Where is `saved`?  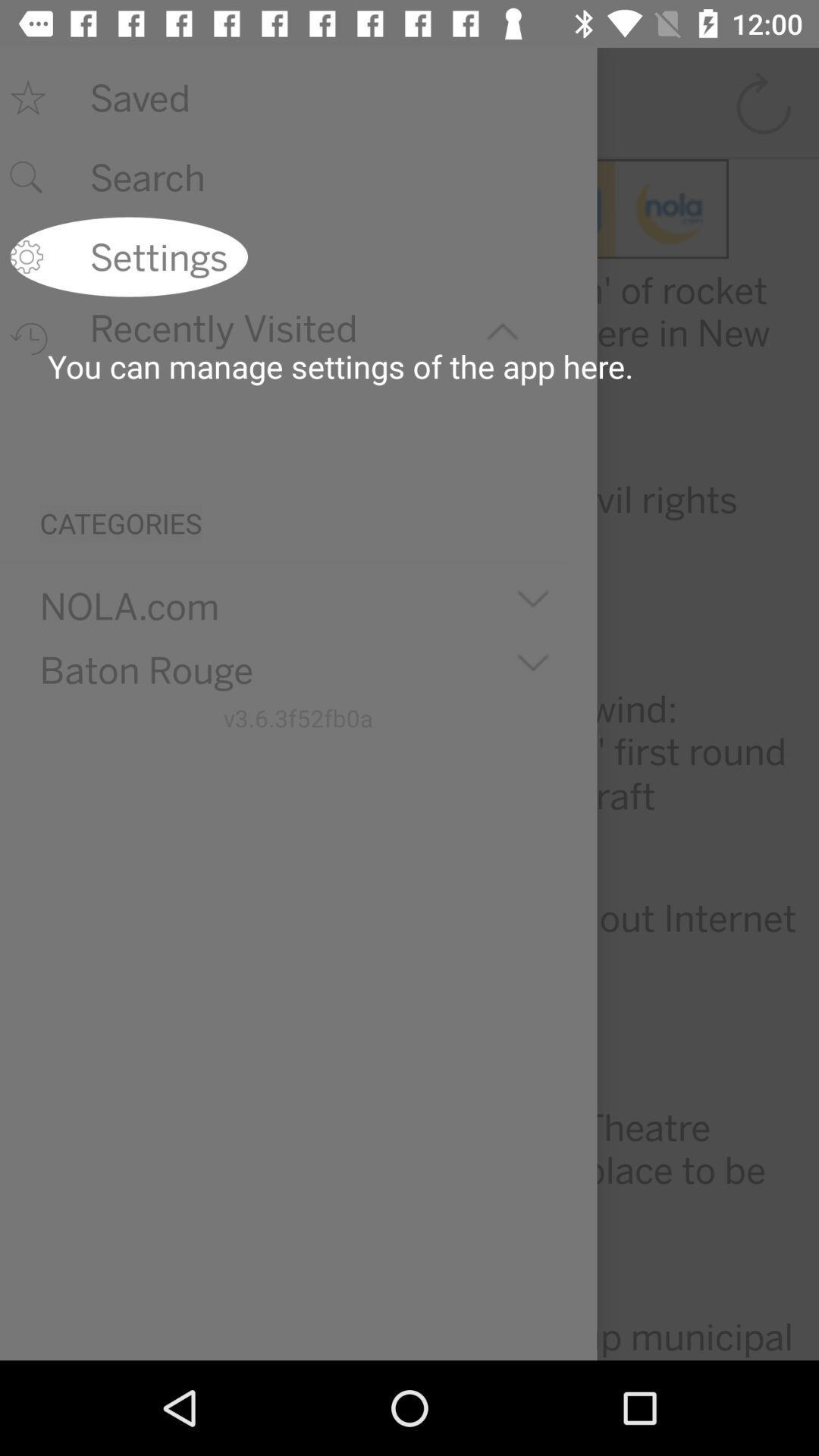
saved is located at coordinates (328, 97).